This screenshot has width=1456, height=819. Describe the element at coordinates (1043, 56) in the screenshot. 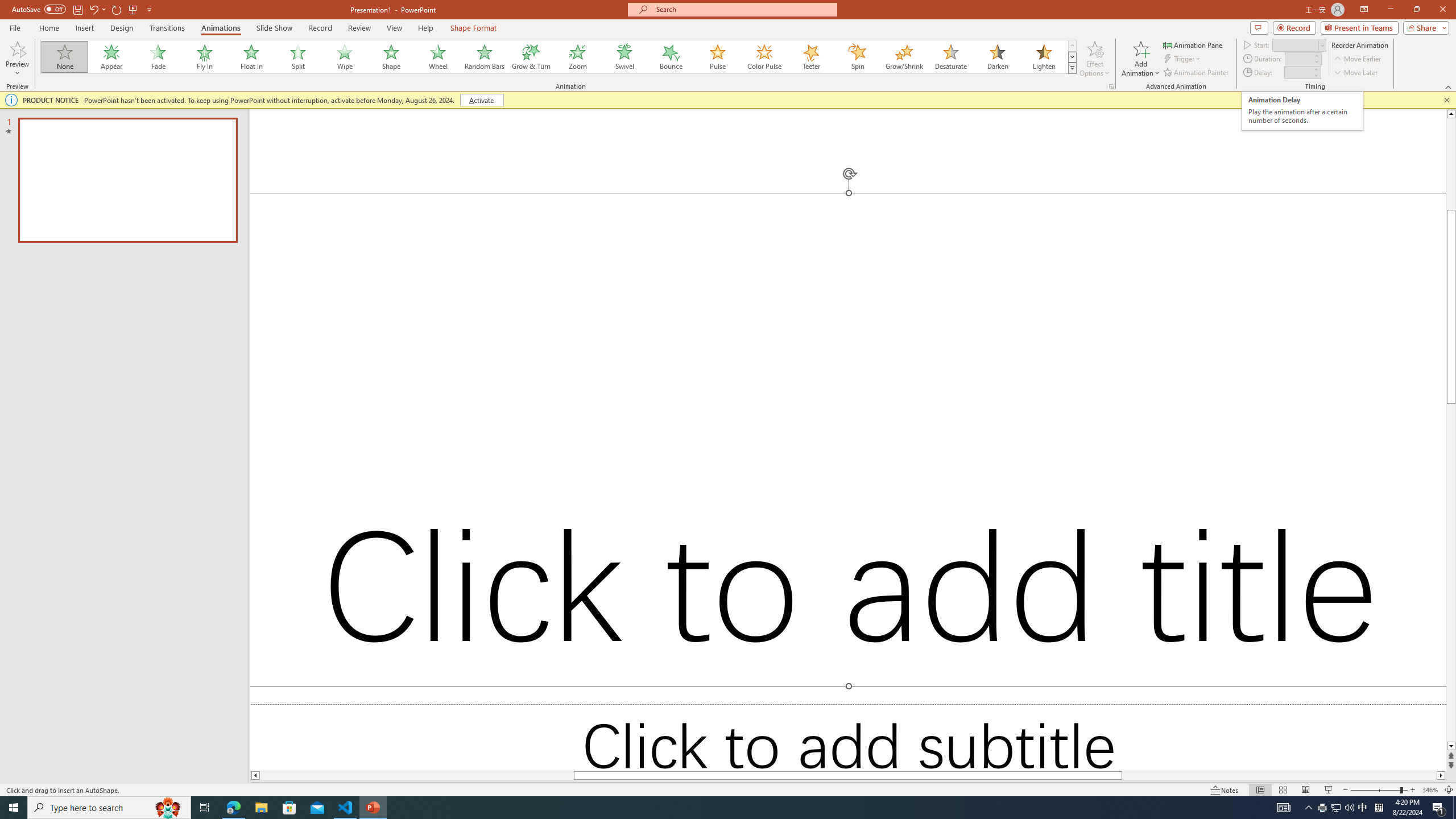

I see `'Lighten'` at that location.